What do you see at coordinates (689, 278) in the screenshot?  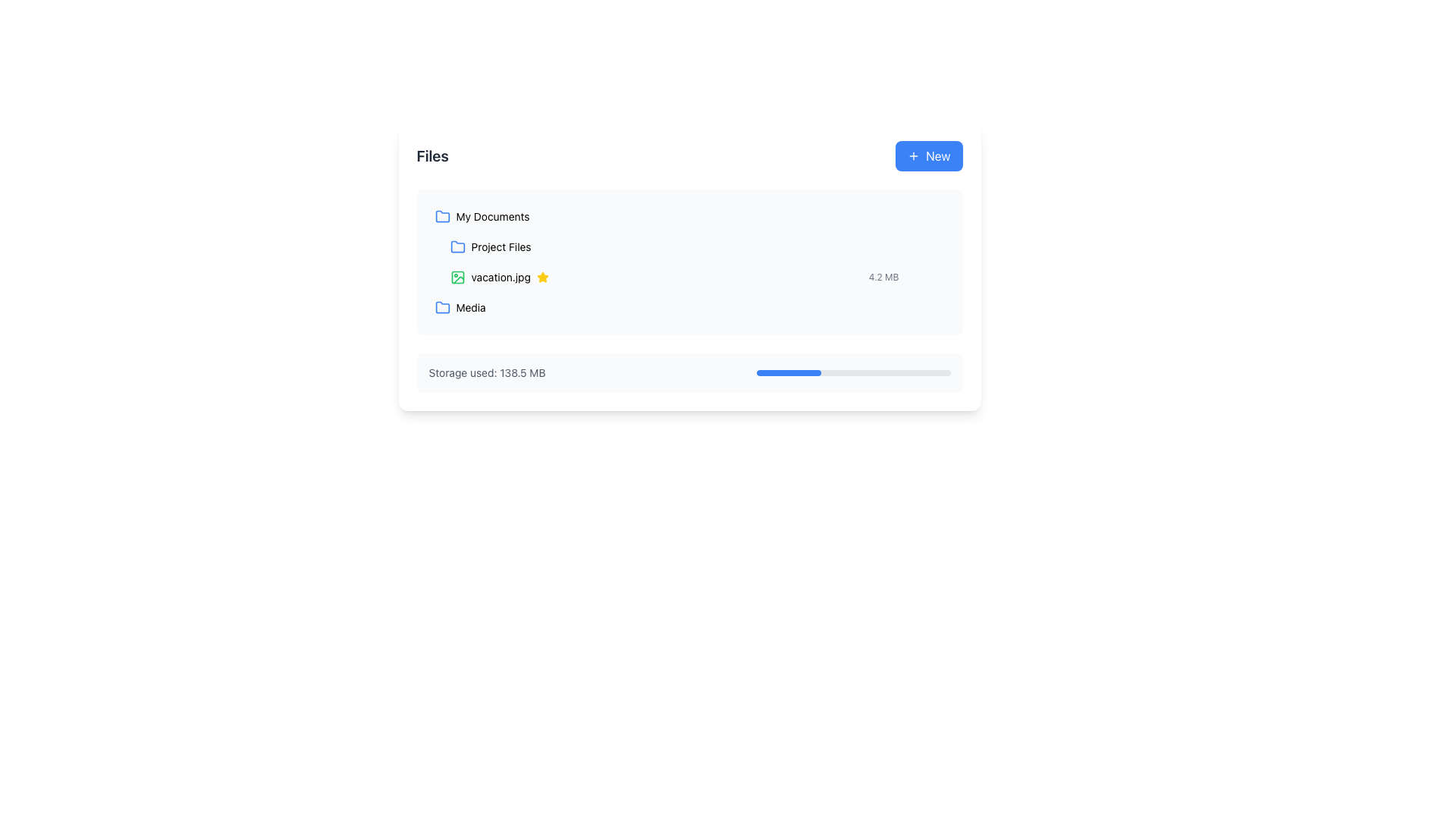 I see `the file representation item for 'vacation.jpg'` at bounding box center [689, 278].